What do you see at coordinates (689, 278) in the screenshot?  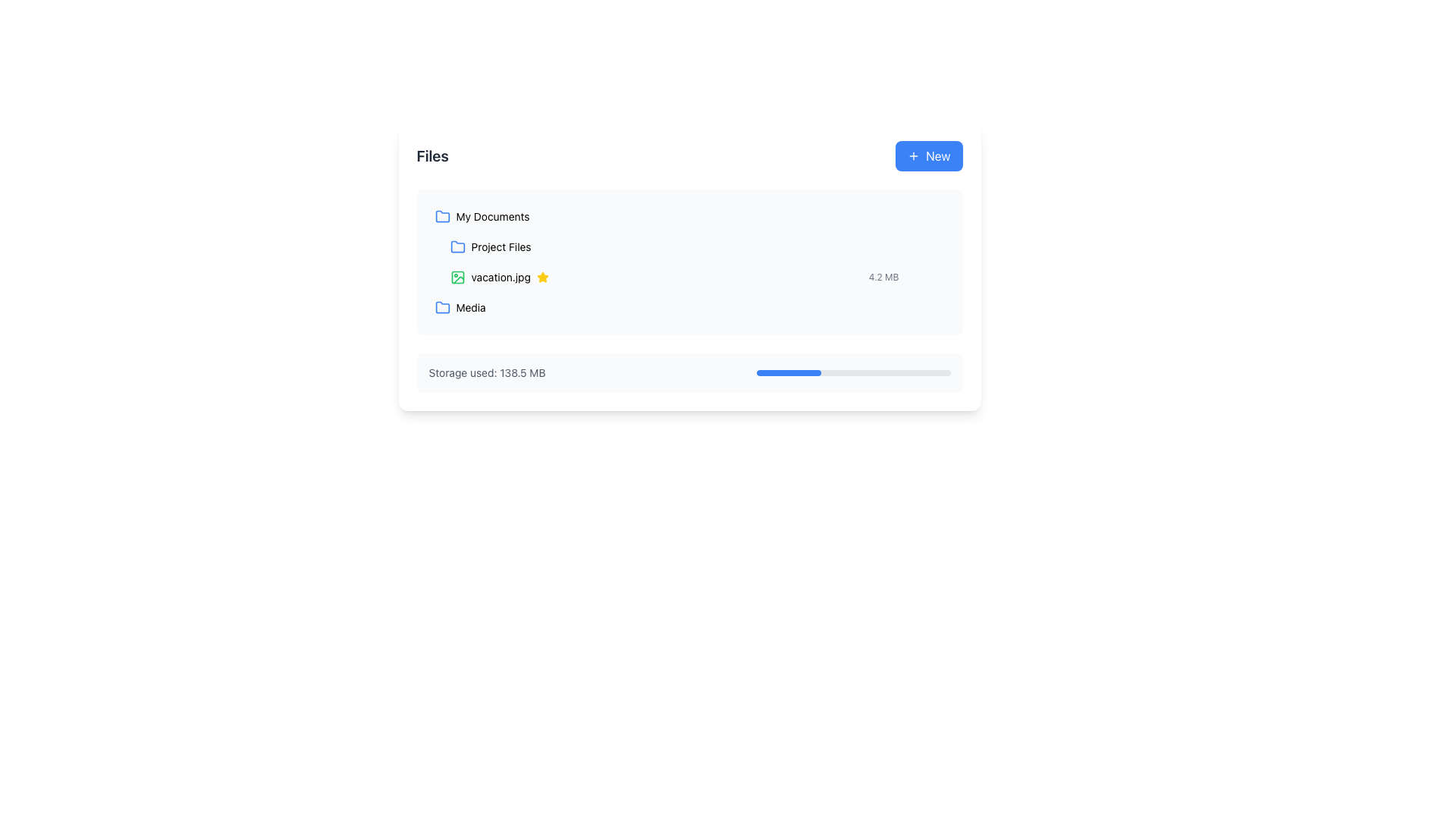 I see `the file representation item for 'vacation.jpg'` at bounding box center [689, 278].